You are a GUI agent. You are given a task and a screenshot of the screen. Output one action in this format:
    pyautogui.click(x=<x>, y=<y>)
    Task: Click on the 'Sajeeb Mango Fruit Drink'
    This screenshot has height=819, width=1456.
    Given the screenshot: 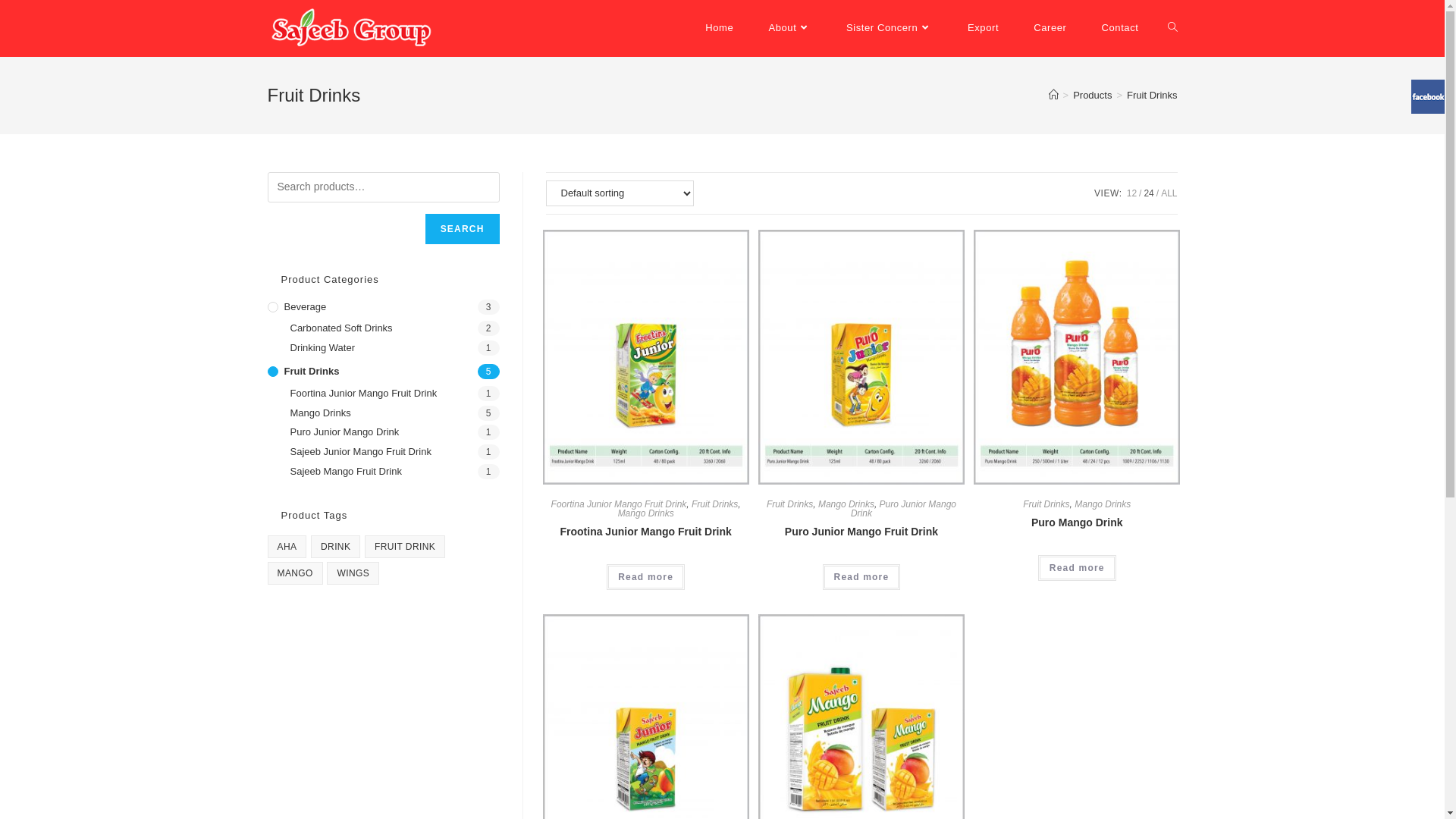 What is the action you would take?
    pyautogui.click(x=394, y=471)
    